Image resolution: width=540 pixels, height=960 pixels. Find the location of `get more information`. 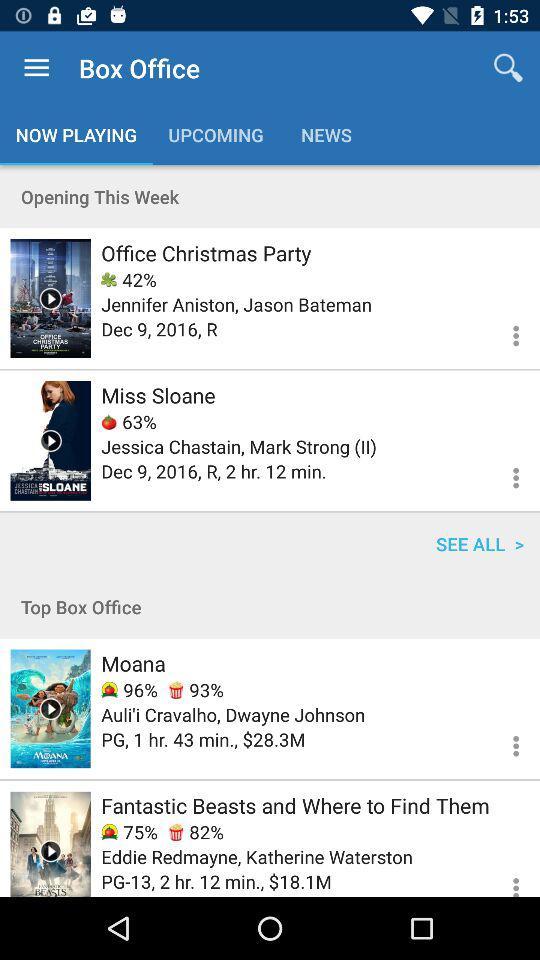

get more information is located at coordinates (503, 877).